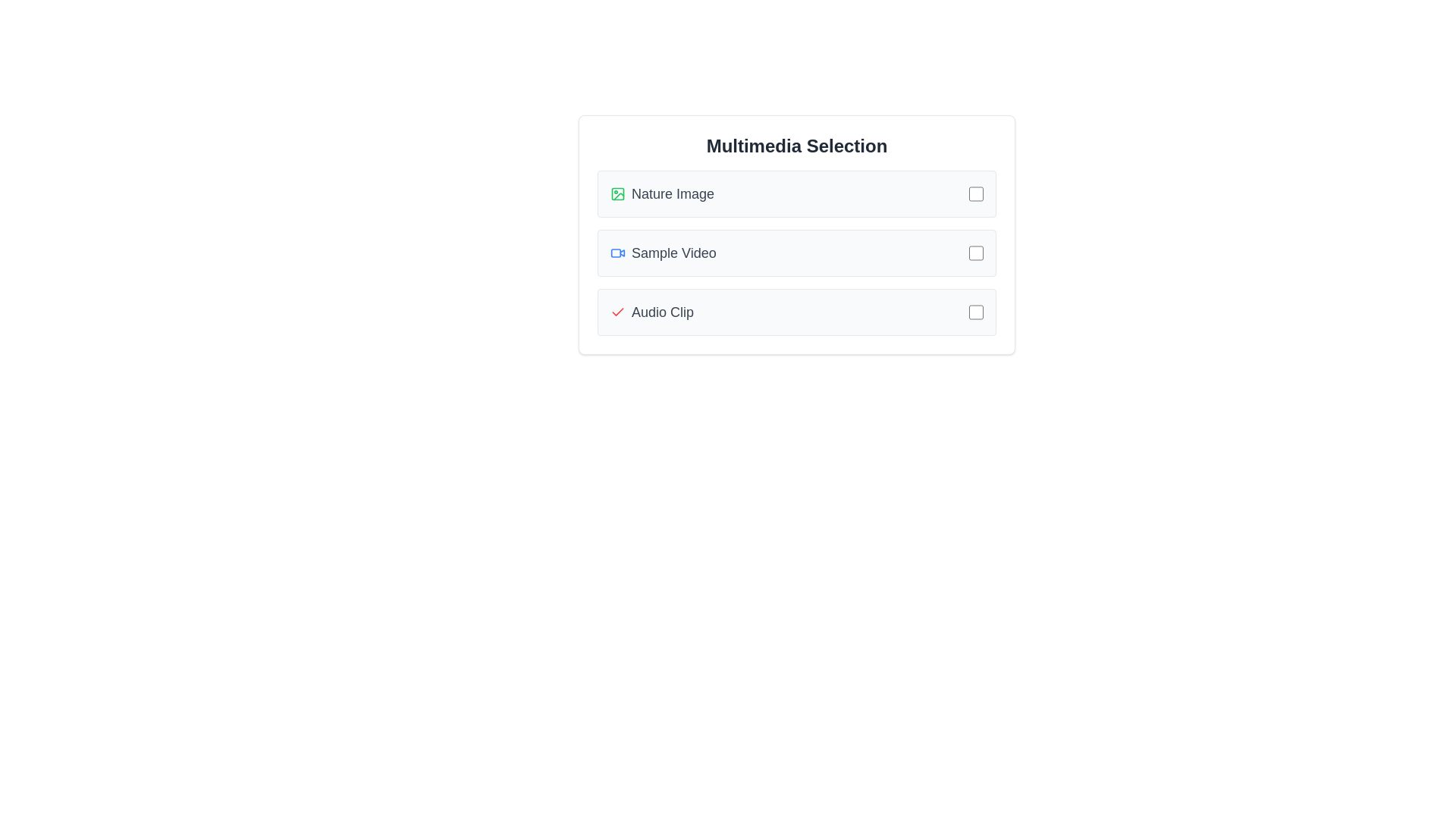  I want to click on the interactive list item labeled 'Sample Video' to focus on this option, so click(796, 253).